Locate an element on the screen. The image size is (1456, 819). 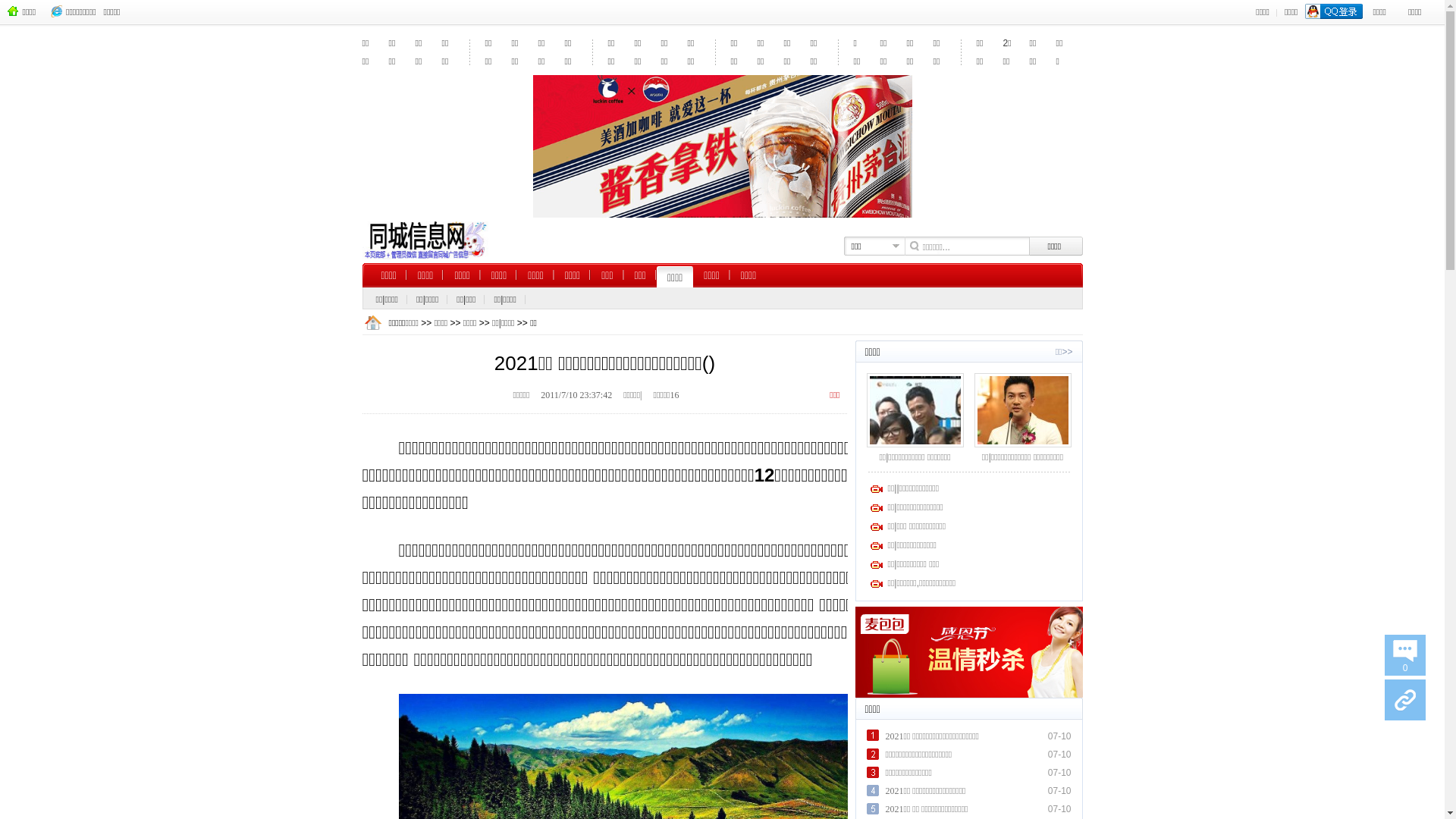
'0' is located at coordinates (1384, 654).